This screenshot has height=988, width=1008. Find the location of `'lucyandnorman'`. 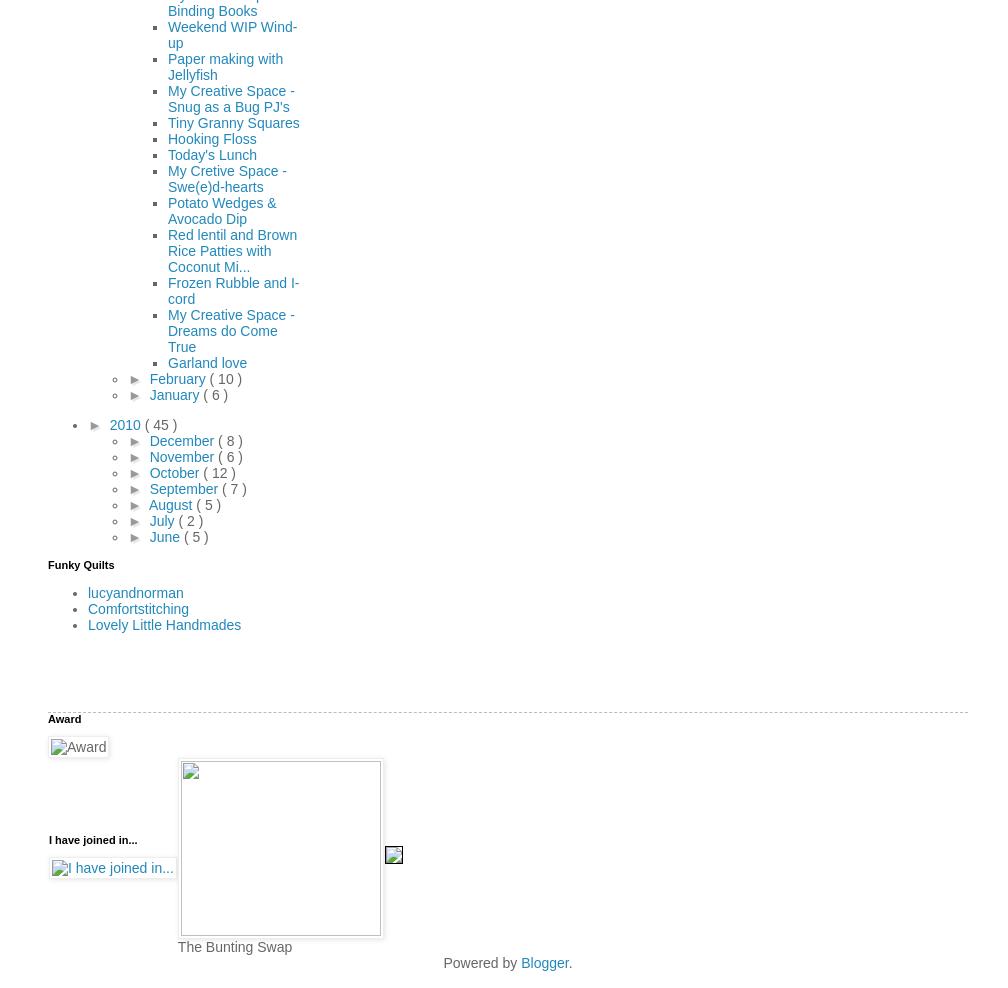

'lucyandnorman' is located at coordinates (135, 592).